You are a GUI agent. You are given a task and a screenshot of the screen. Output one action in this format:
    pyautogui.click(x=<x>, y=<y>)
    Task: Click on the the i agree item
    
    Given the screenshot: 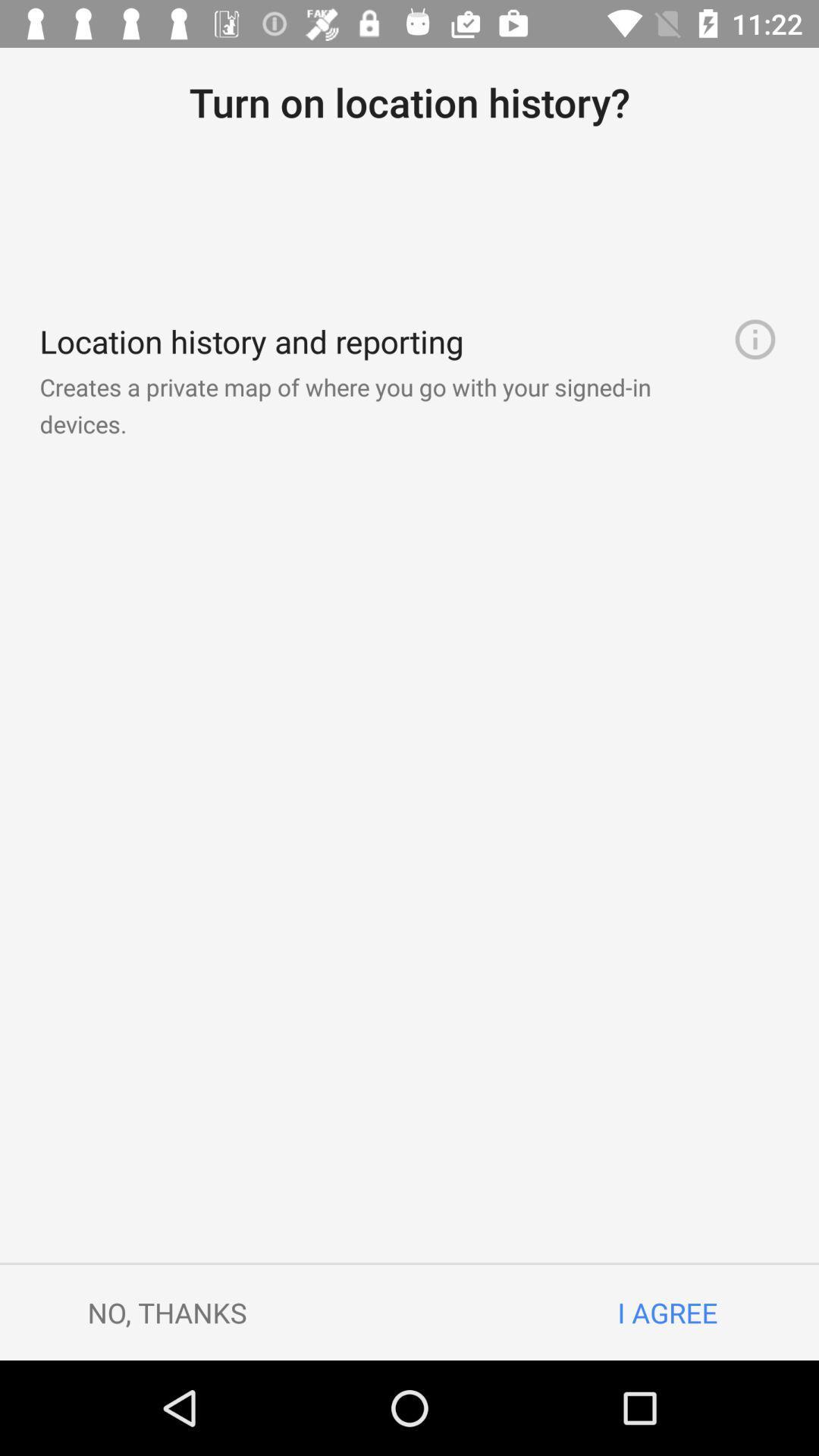 What is the action you would take?
    pyautogui.click(x=667, y=1312)
    